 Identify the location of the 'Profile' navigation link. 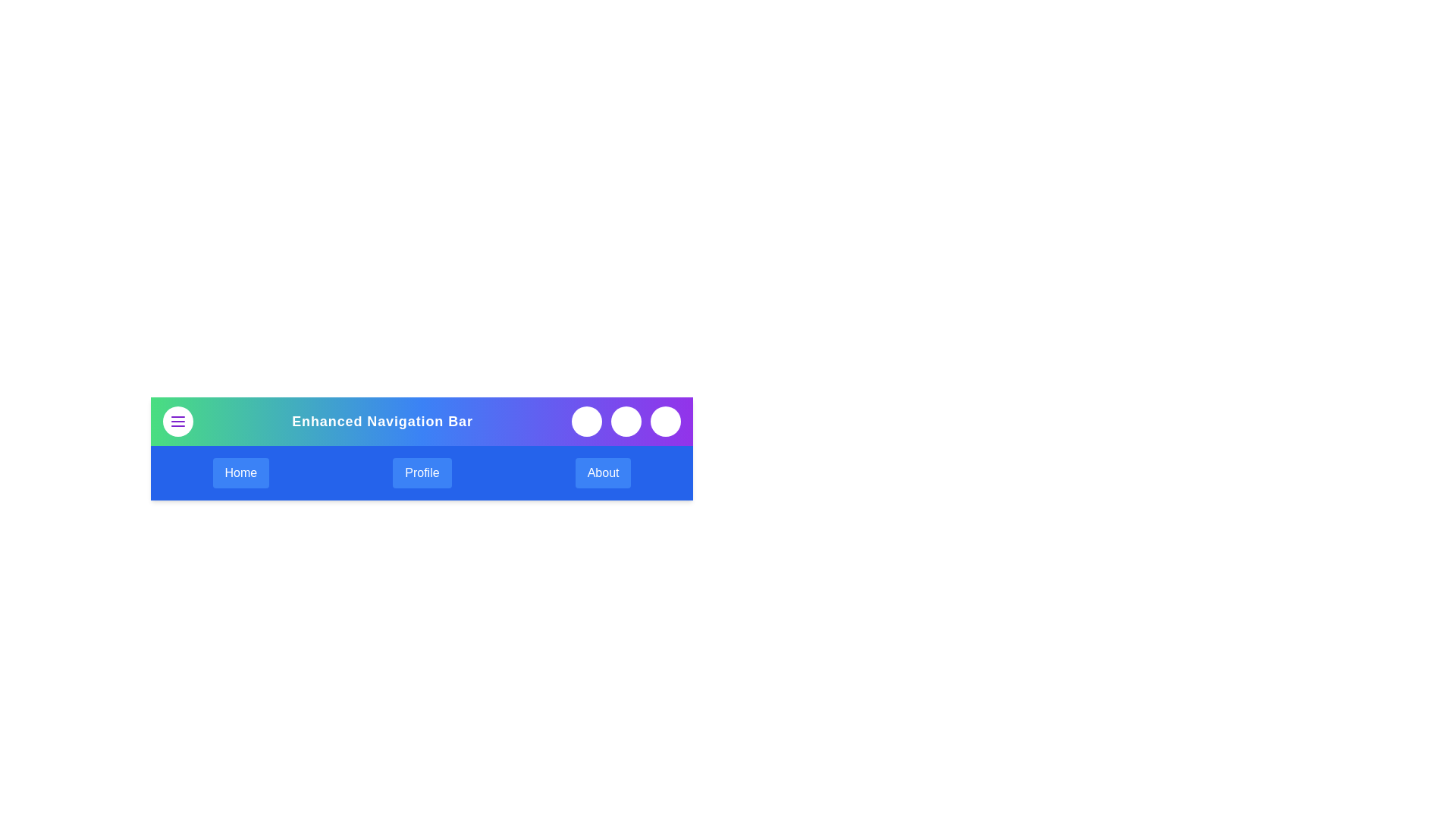
(422, 472).